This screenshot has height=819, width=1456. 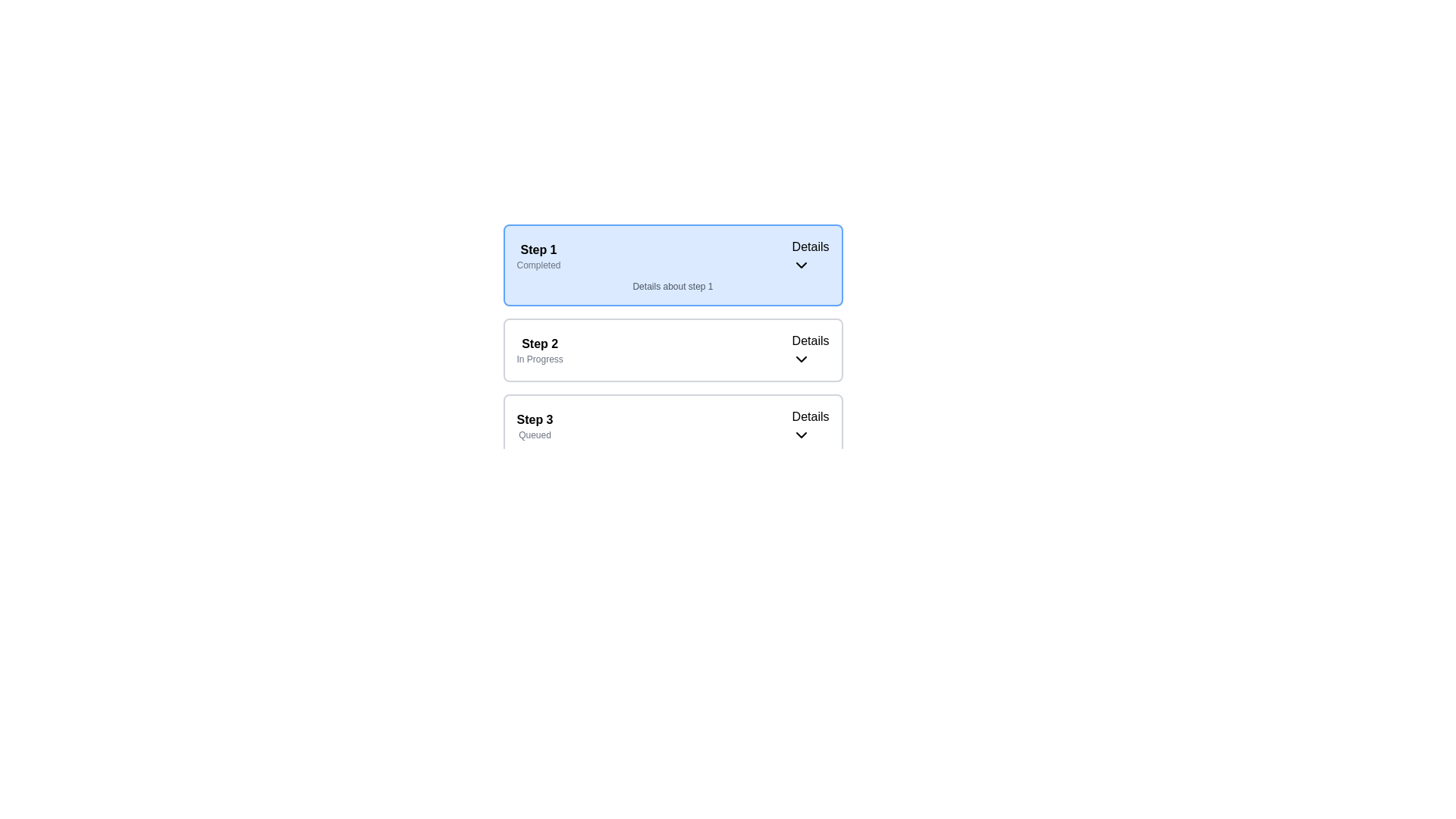 What do you see at coordinates (810, 426) in the screenshot?
I see `the Dropdown toggle button for 'Step 3'` at bounding box center [810, 426].